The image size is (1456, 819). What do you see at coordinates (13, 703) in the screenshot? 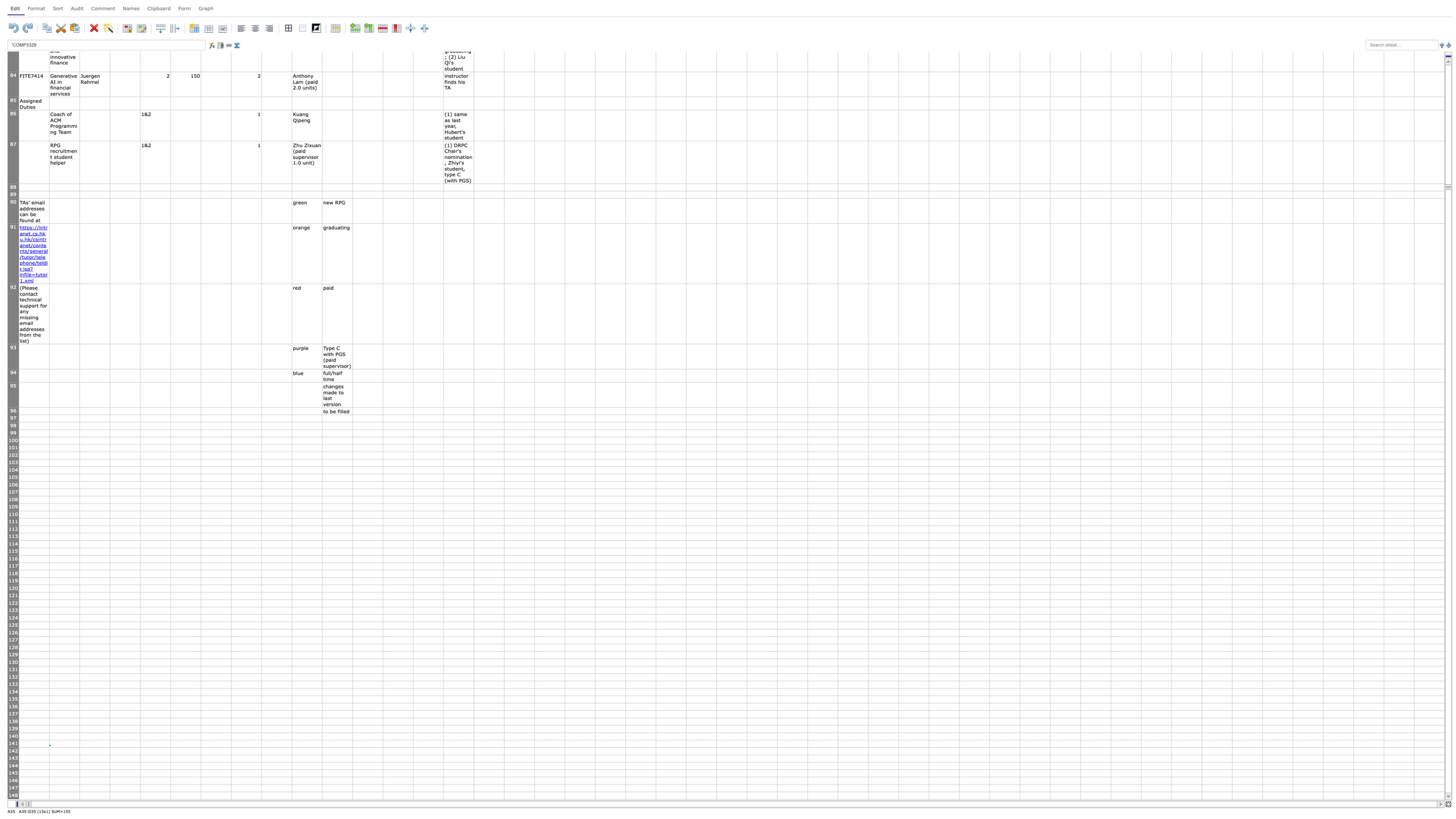
I see `Hover over row 135's resize handle` at bounding box center [13, 703].